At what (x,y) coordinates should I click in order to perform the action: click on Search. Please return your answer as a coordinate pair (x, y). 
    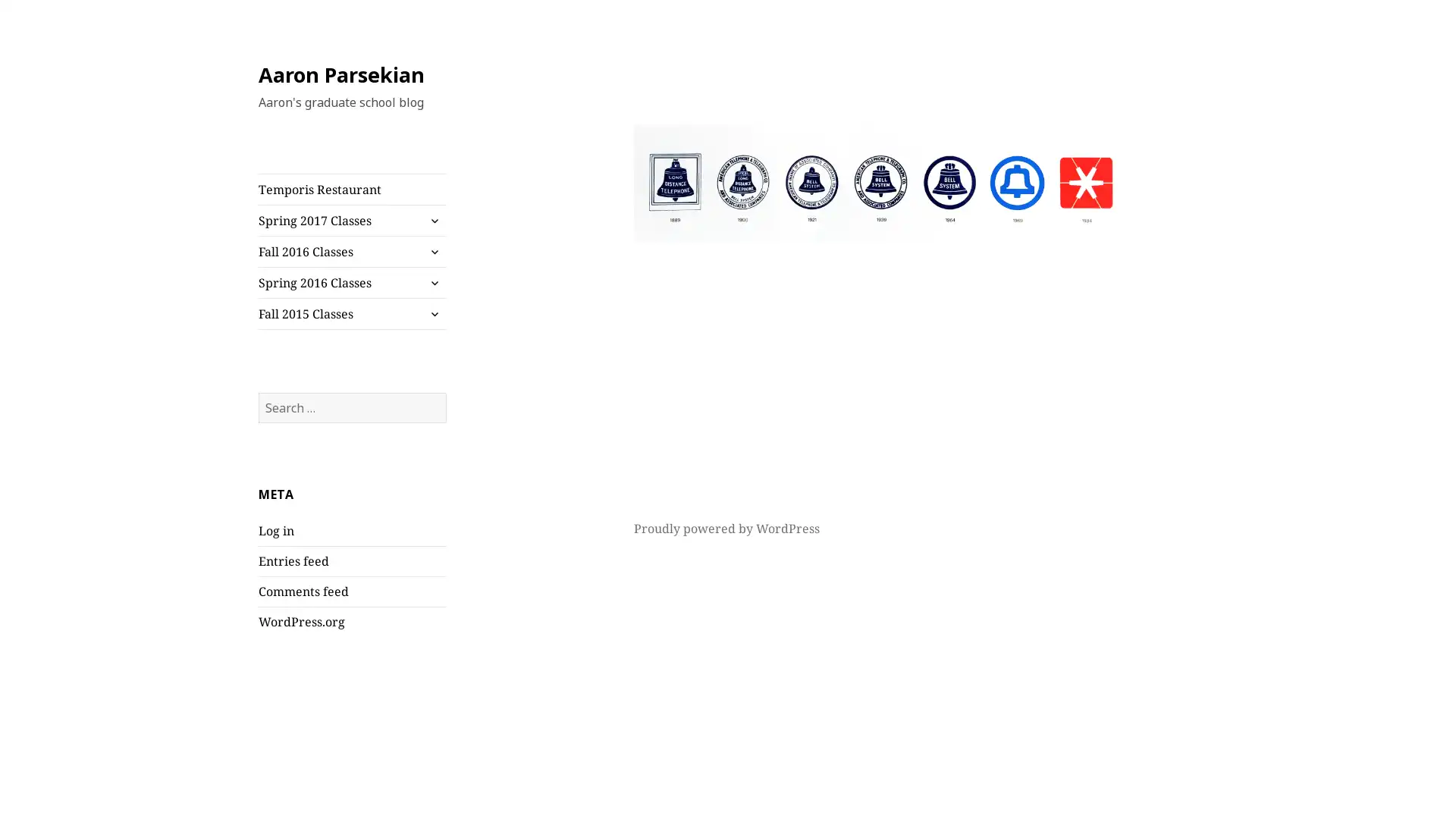
    Looking at the image, I should click on (444, 391).